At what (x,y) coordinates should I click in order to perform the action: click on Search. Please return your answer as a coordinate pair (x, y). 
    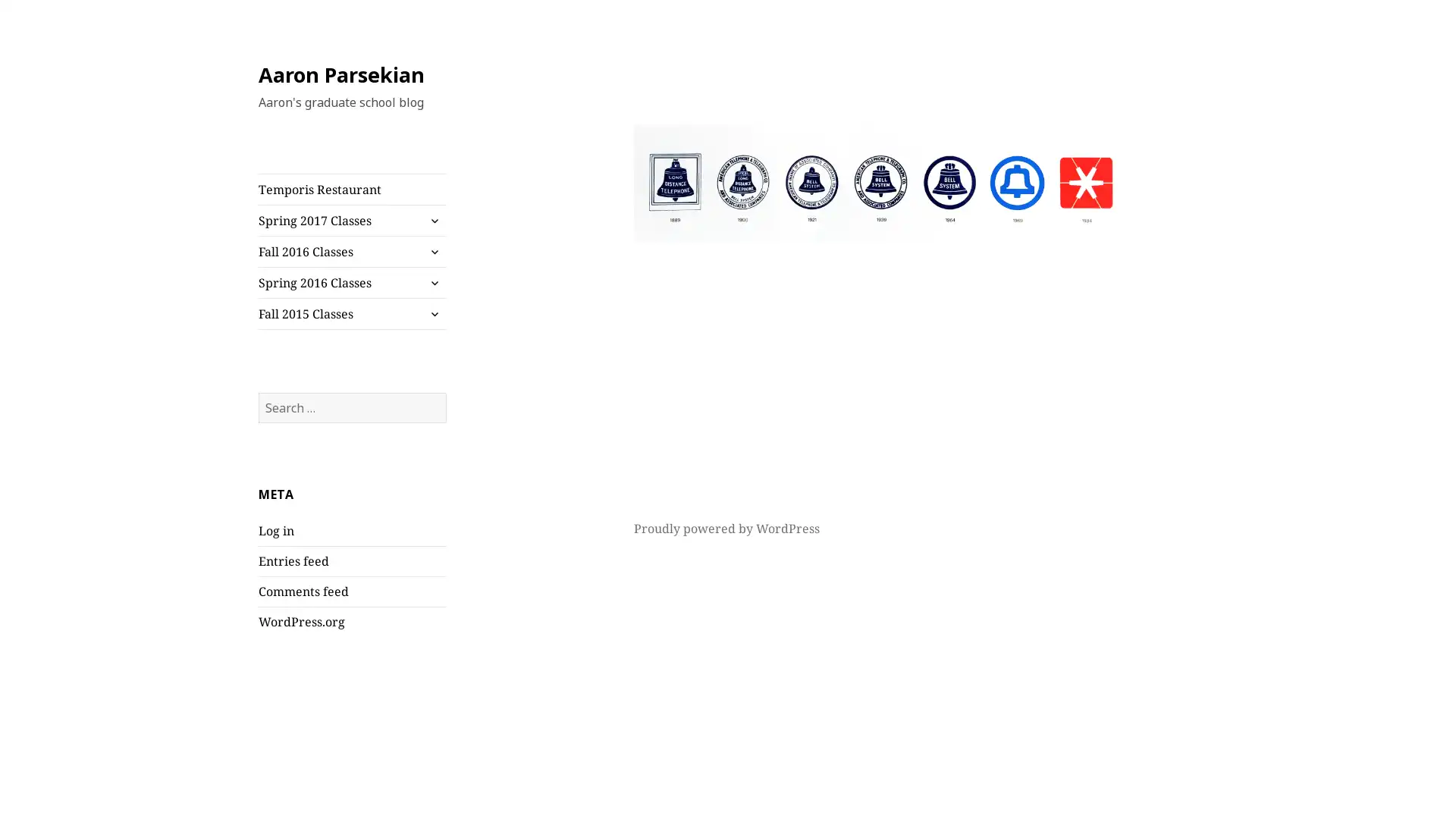
    Looking at the image, I should click on (444, 391).